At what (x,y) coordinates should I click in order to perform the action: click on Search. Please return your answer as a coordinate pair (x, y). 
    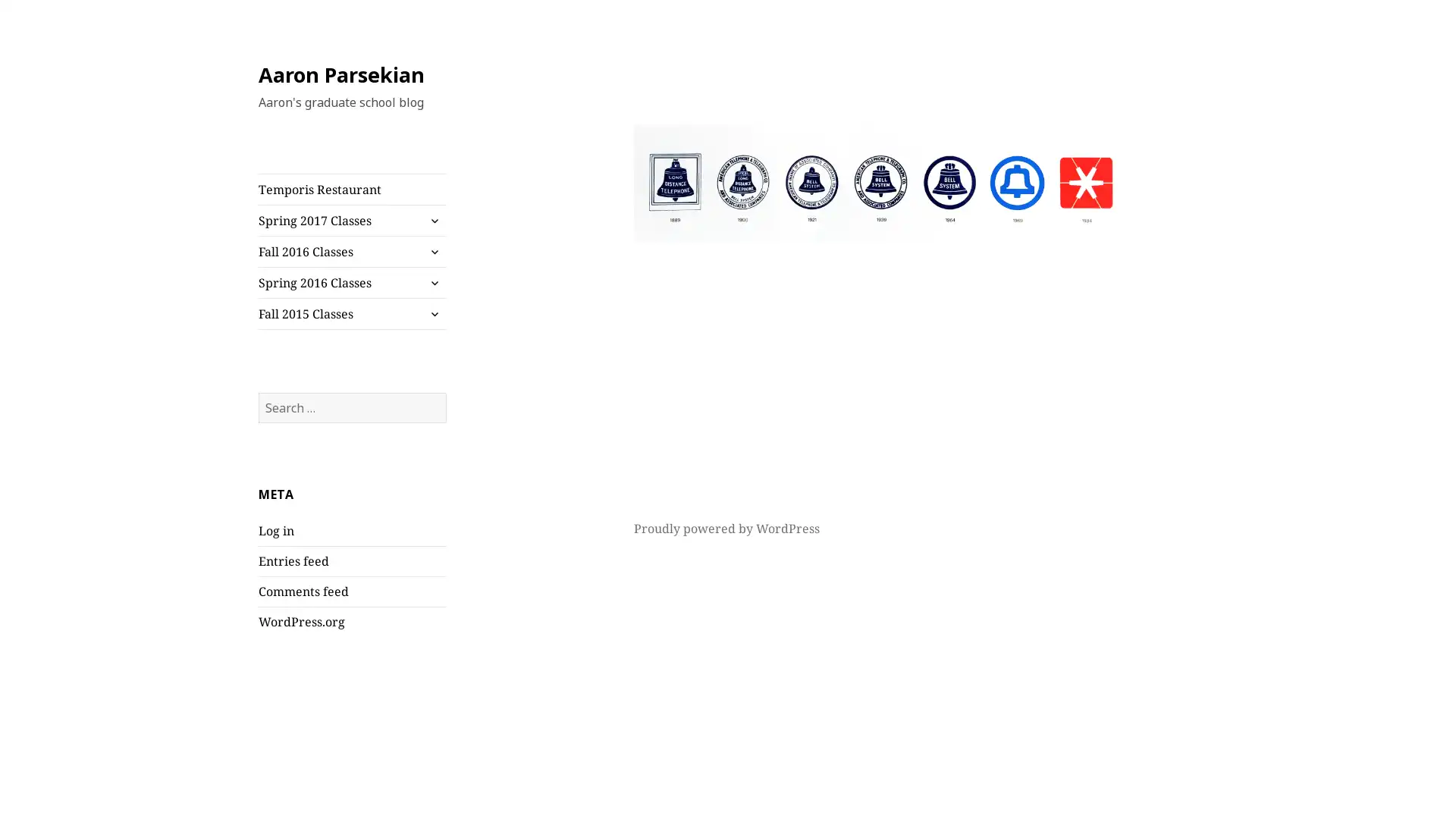
    Looking at the image, I should click on (444, 391).